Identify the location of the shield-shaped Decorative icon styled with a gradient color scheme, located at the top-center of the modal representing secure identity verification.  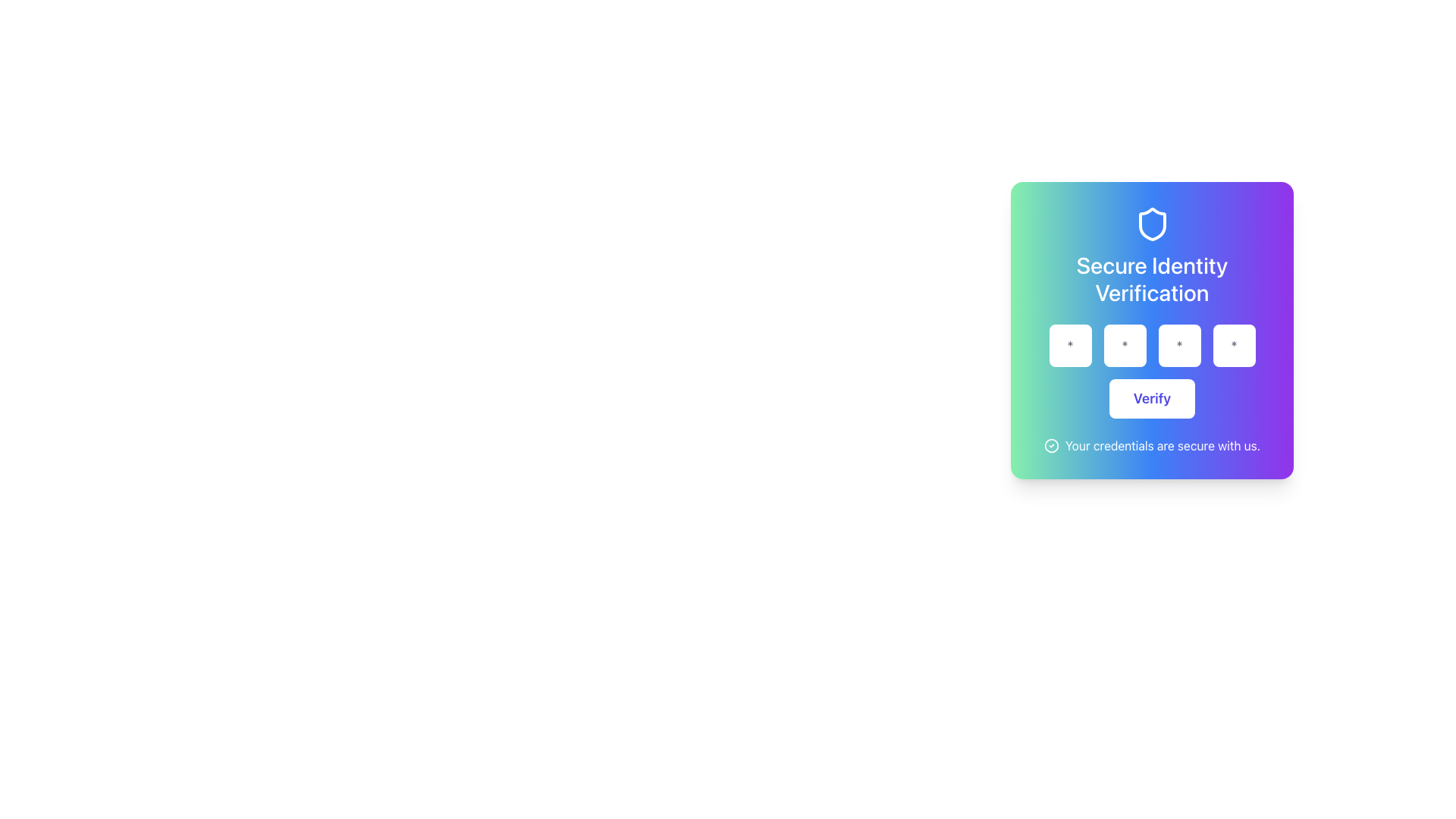
(1152, 224).